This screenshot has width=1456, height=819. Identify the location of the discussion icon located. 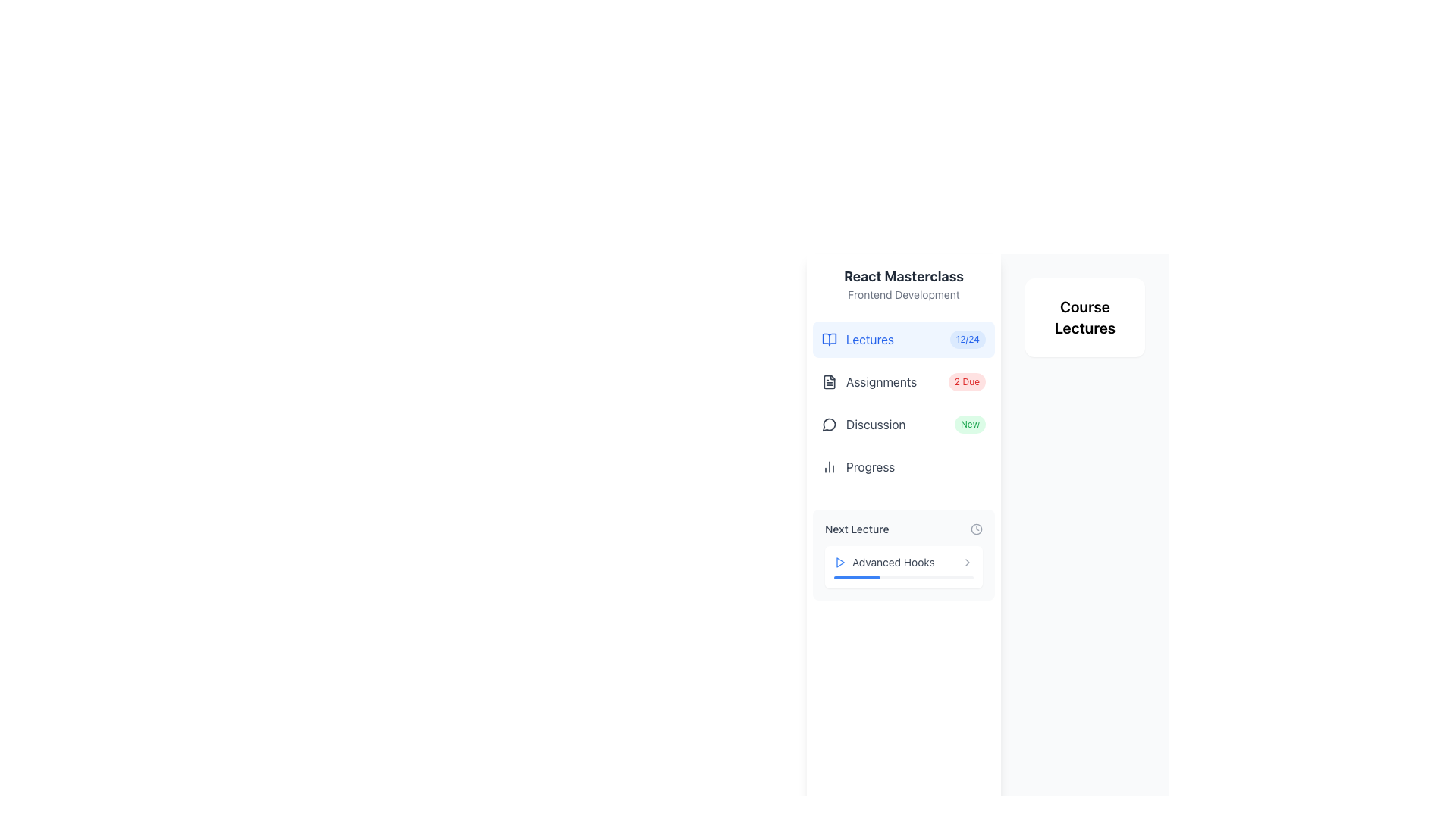
(828, 425).